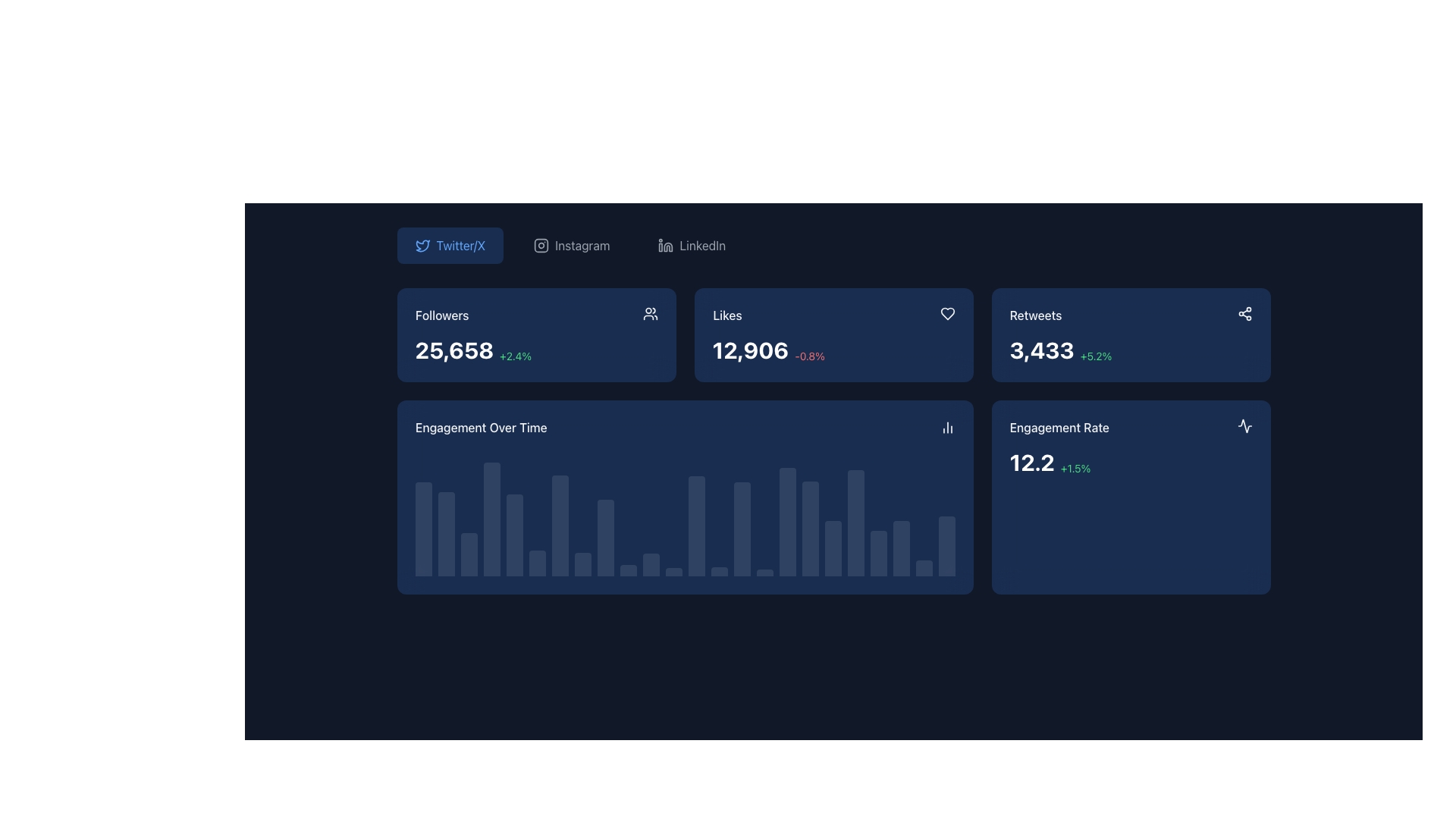 Image resolution: width=1456 pixels, height=819 pixels. What do you see at coordinates (1131, 350) in the screenshot?
I see `information displayed in the 'Retweets' panel, which shows the count of retweets and the percentage change in retweets over time` at bounding box center [1131, 350].